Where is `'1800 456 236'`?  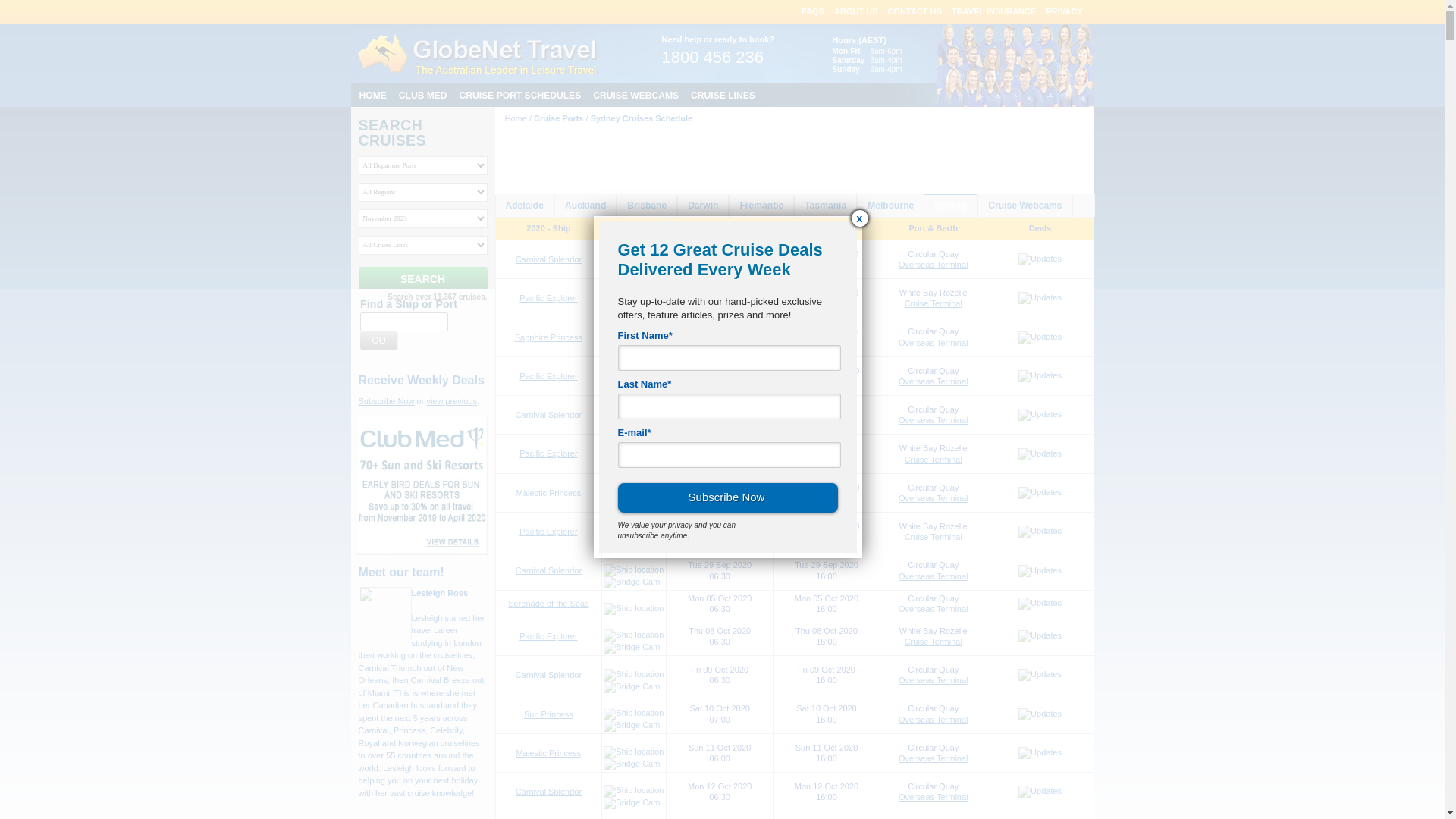
'1800 456 236' is located at coordinates (711, 58).